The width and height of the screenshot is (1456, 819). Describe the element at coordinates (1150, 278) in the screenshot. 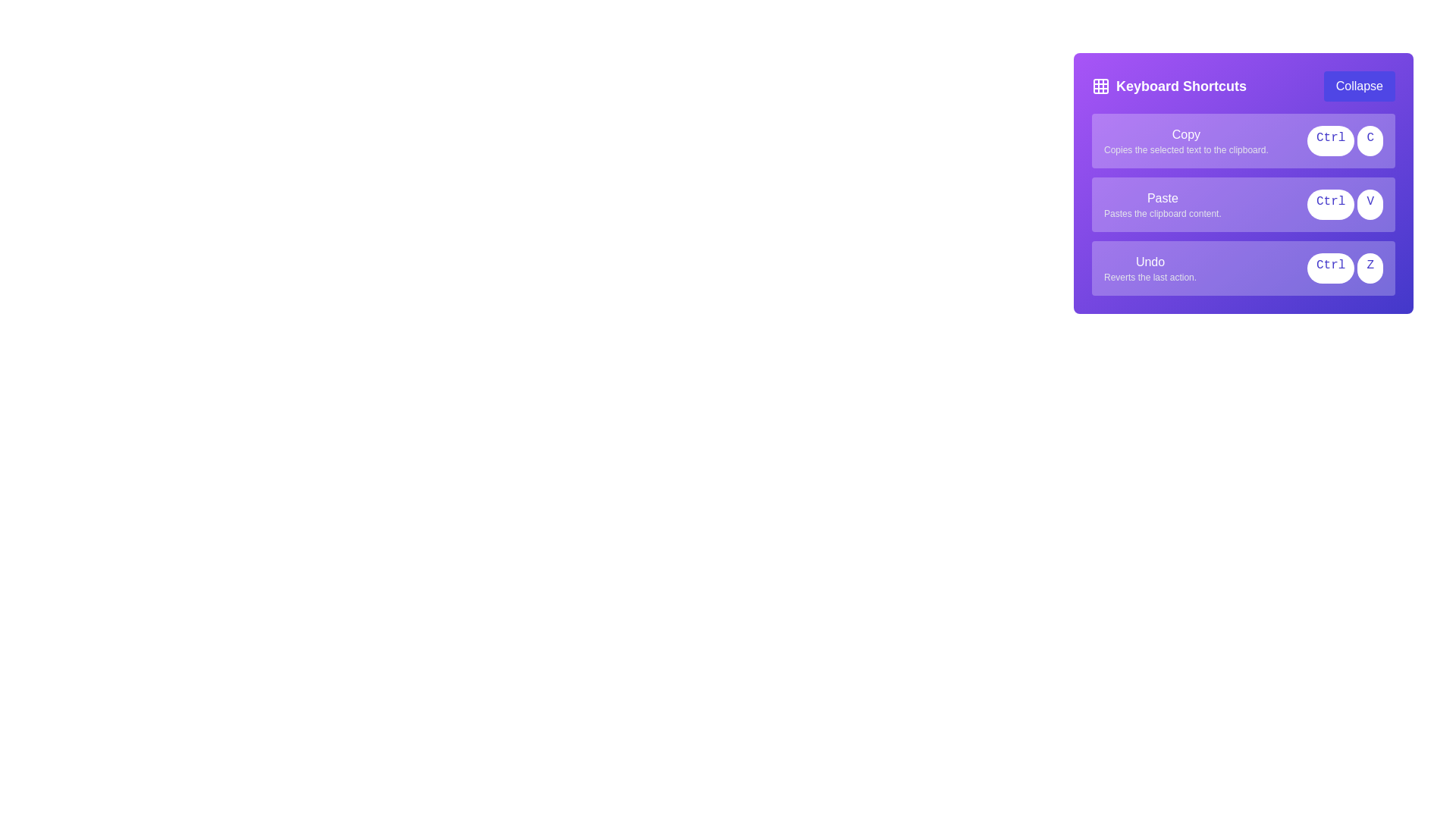

I see `the descriptive Text Label for the 'Undo' action, which is positioned below the 'Undo' label in a purple-themed panel on the right side of the interface` at that location.